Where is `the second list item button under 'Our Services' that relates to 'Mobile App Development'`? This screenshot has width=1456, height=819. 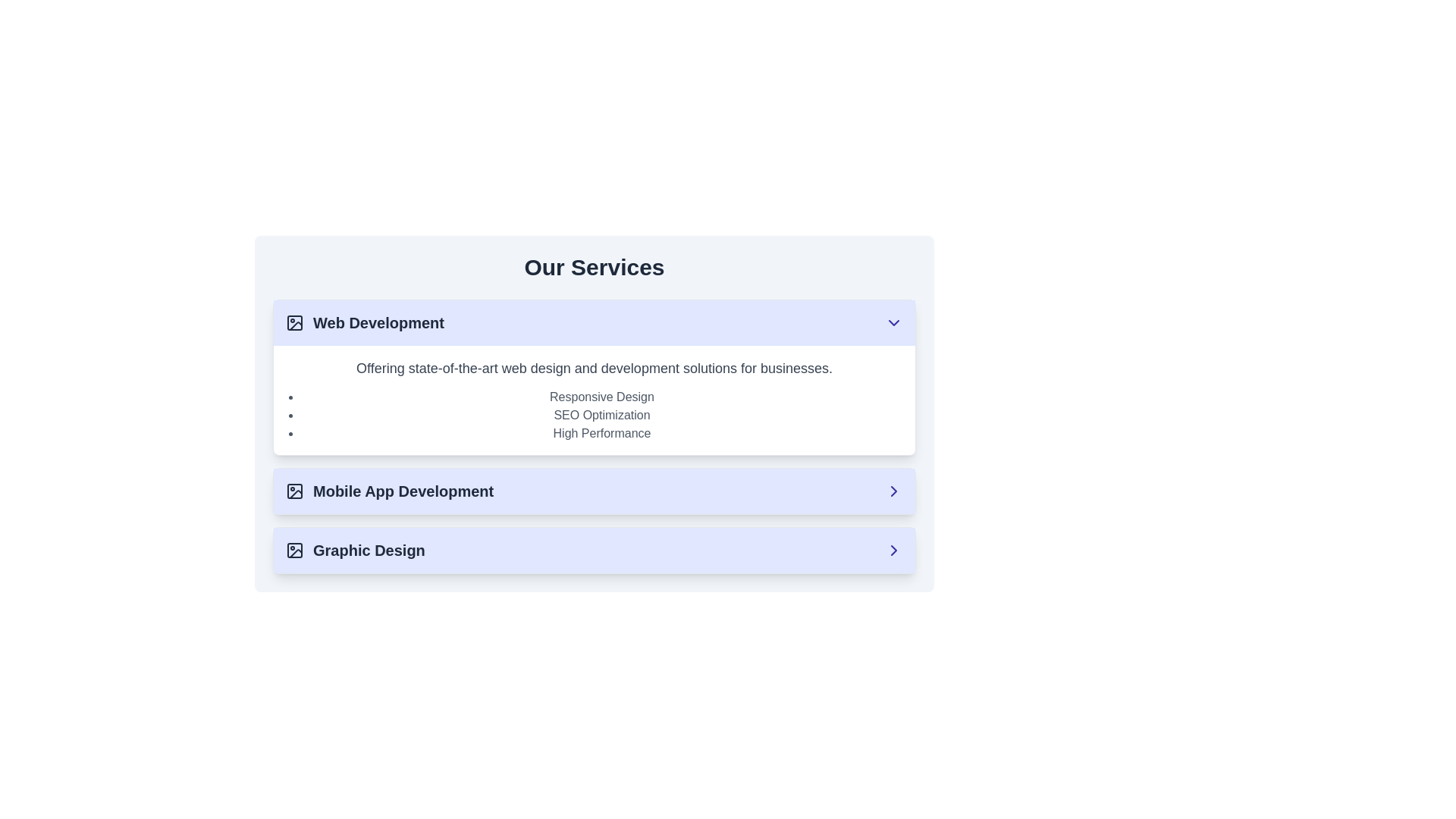 the second list item button under 'Our Services' that relates to 'Mobile App Development' is located at coordinates (593, 491).